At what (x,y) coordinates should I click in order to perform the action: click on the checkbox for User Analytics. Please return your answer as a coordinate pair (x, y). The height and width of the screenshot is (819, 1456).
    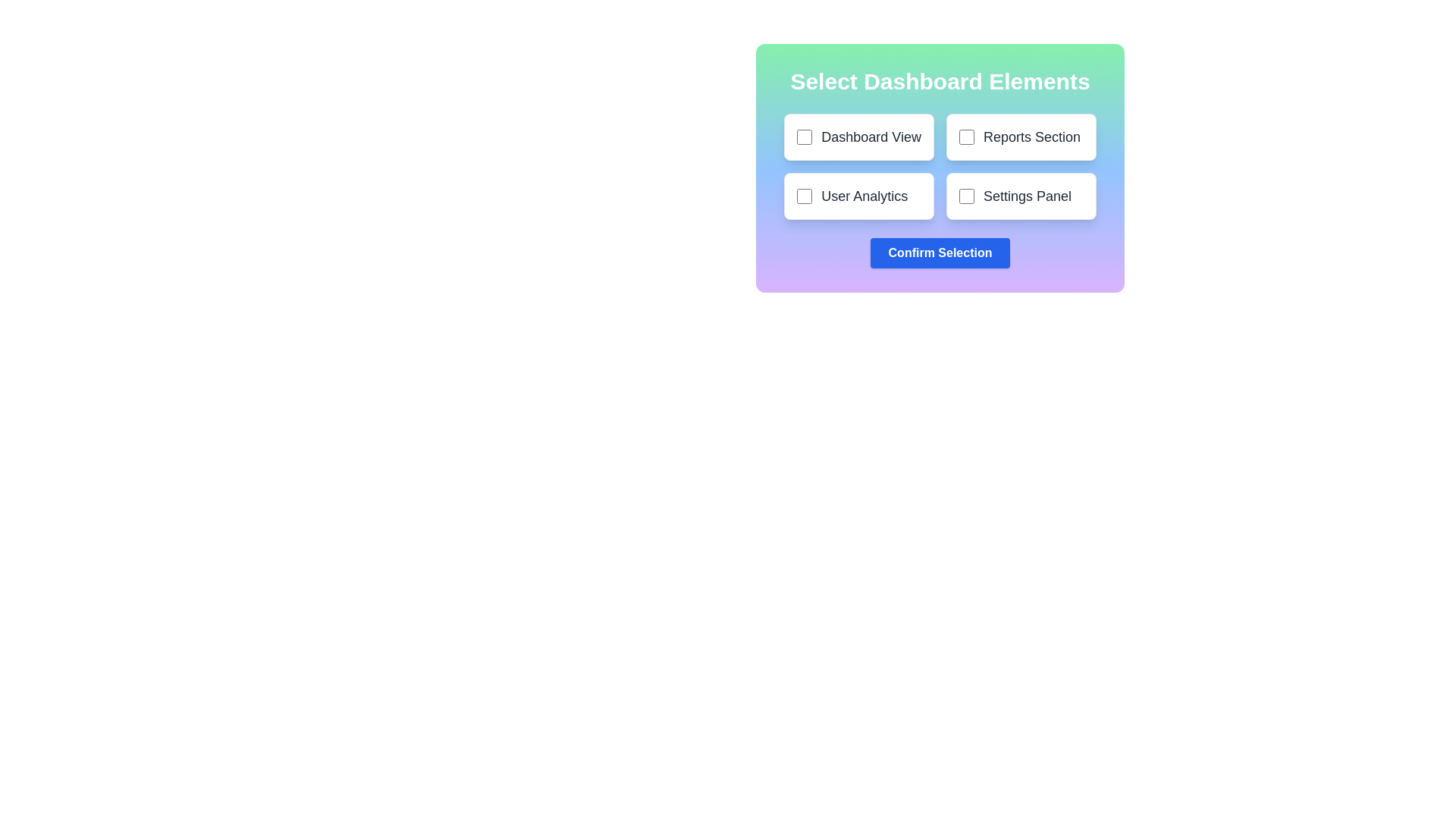
    Looking at the image, I should click on (804, 195).